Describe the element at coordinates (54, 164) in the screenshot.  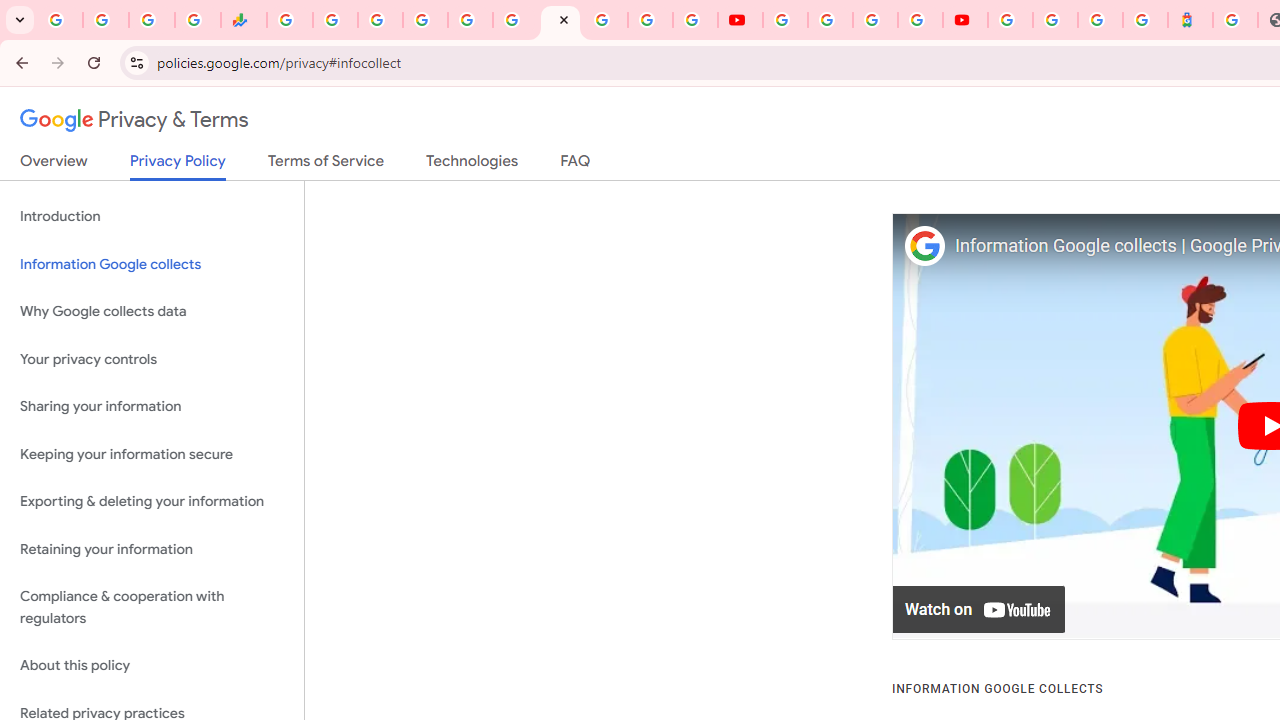
I see `'Overview'` at that location.